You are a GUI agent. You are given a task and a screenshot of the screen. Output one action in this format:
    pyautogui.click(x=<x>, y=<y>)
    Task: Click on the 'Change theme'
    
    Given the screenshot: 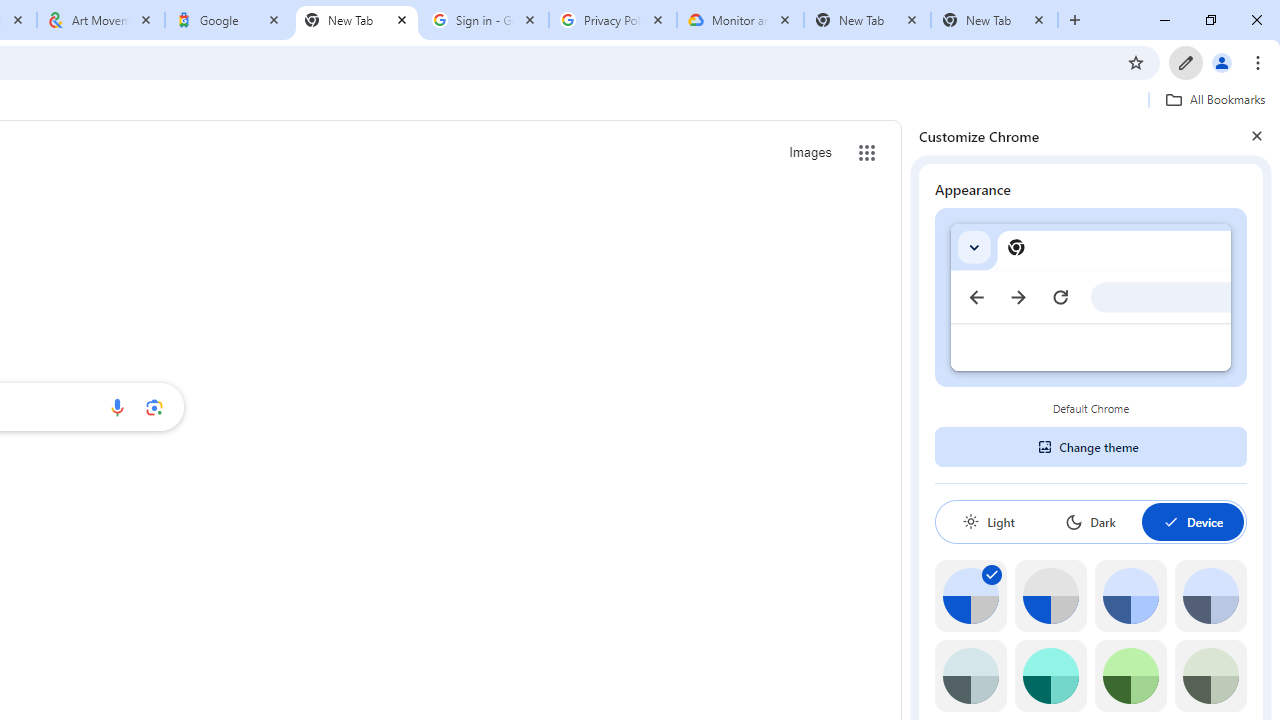 What is the action you would take?
    pyautogui.click(x=1089, y=446)
    